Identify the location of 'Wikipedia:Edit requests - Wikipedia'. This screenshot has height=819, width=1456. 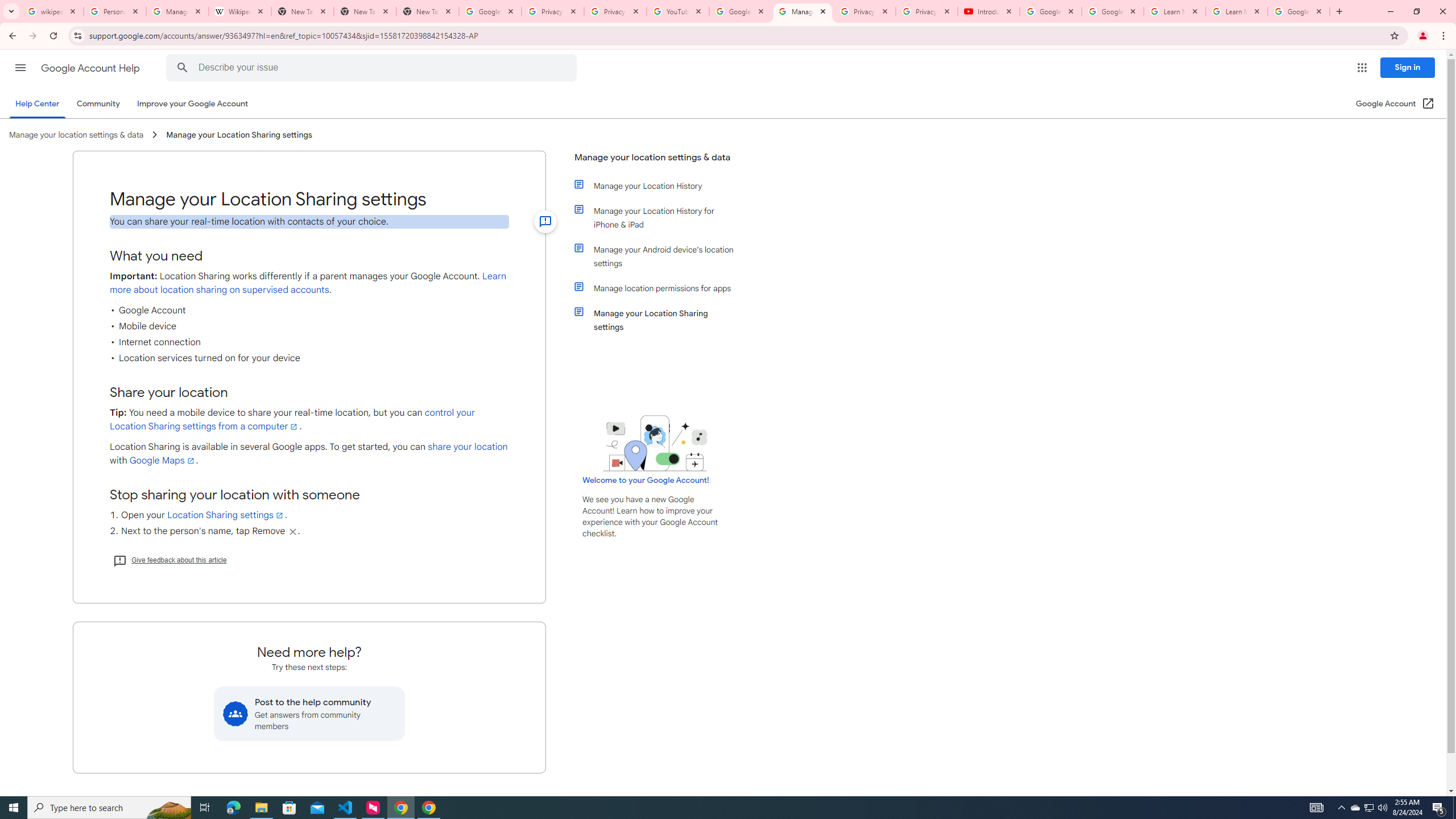
(239, 11).